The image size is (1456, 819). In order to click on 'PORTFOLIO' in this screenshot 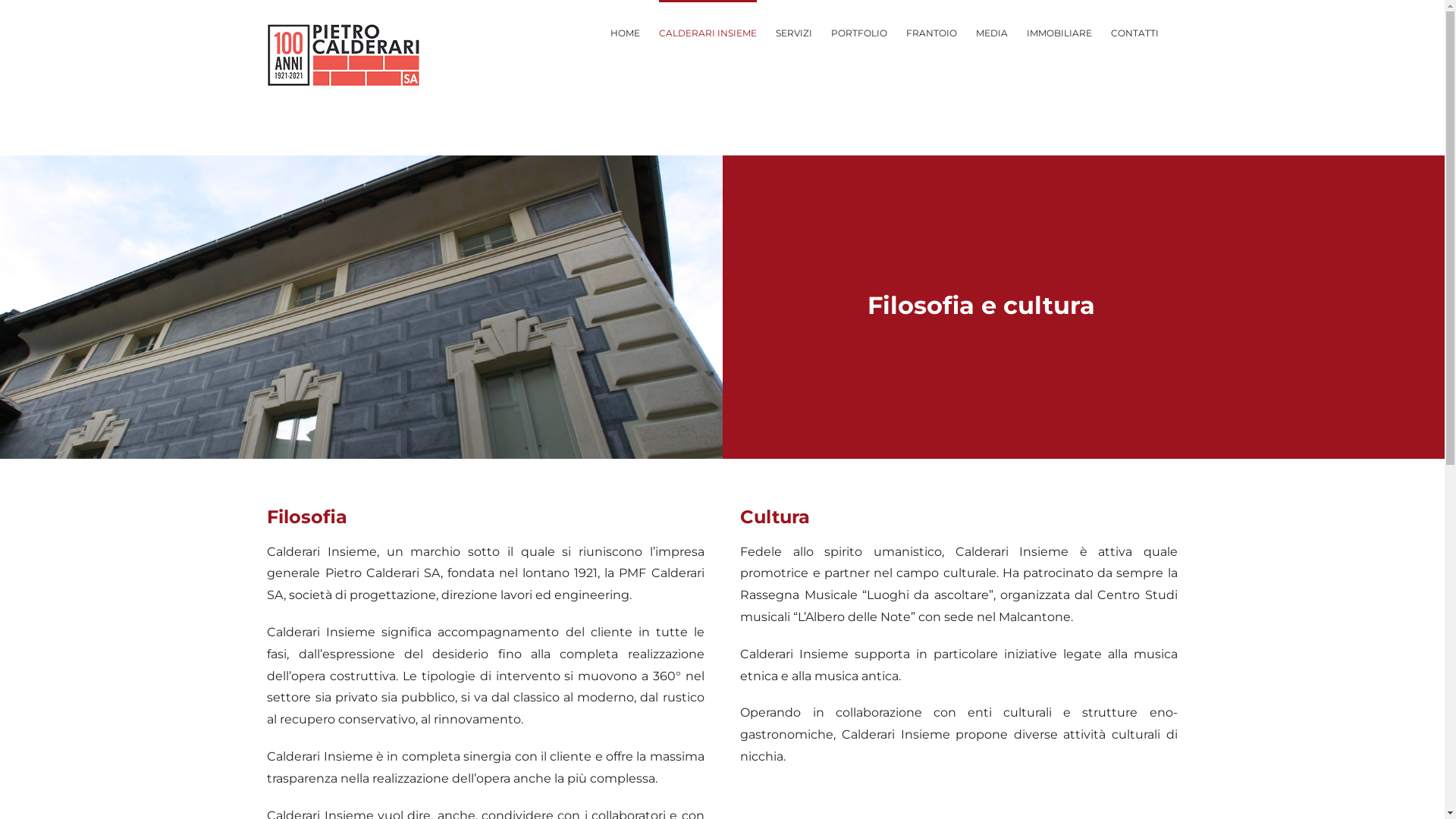, I will do `click(858, 32)`.